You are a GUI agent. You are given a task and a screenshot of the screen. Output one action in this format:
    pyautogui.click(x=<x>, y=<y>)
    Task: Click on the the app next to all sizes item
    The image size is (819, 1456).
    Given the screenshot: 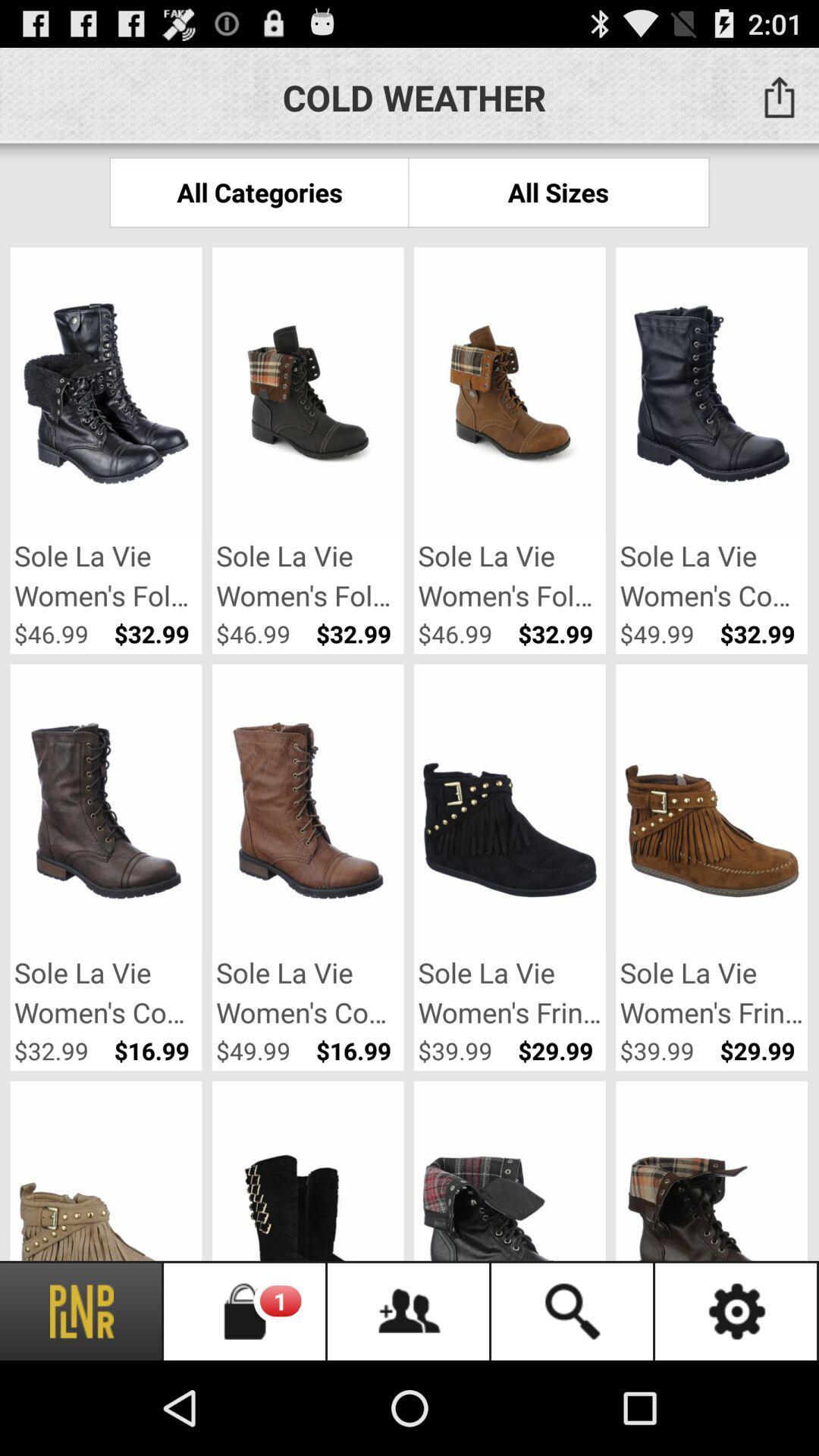 What is the action you would take?
    pyautogui.click(x=259, y=191)
    